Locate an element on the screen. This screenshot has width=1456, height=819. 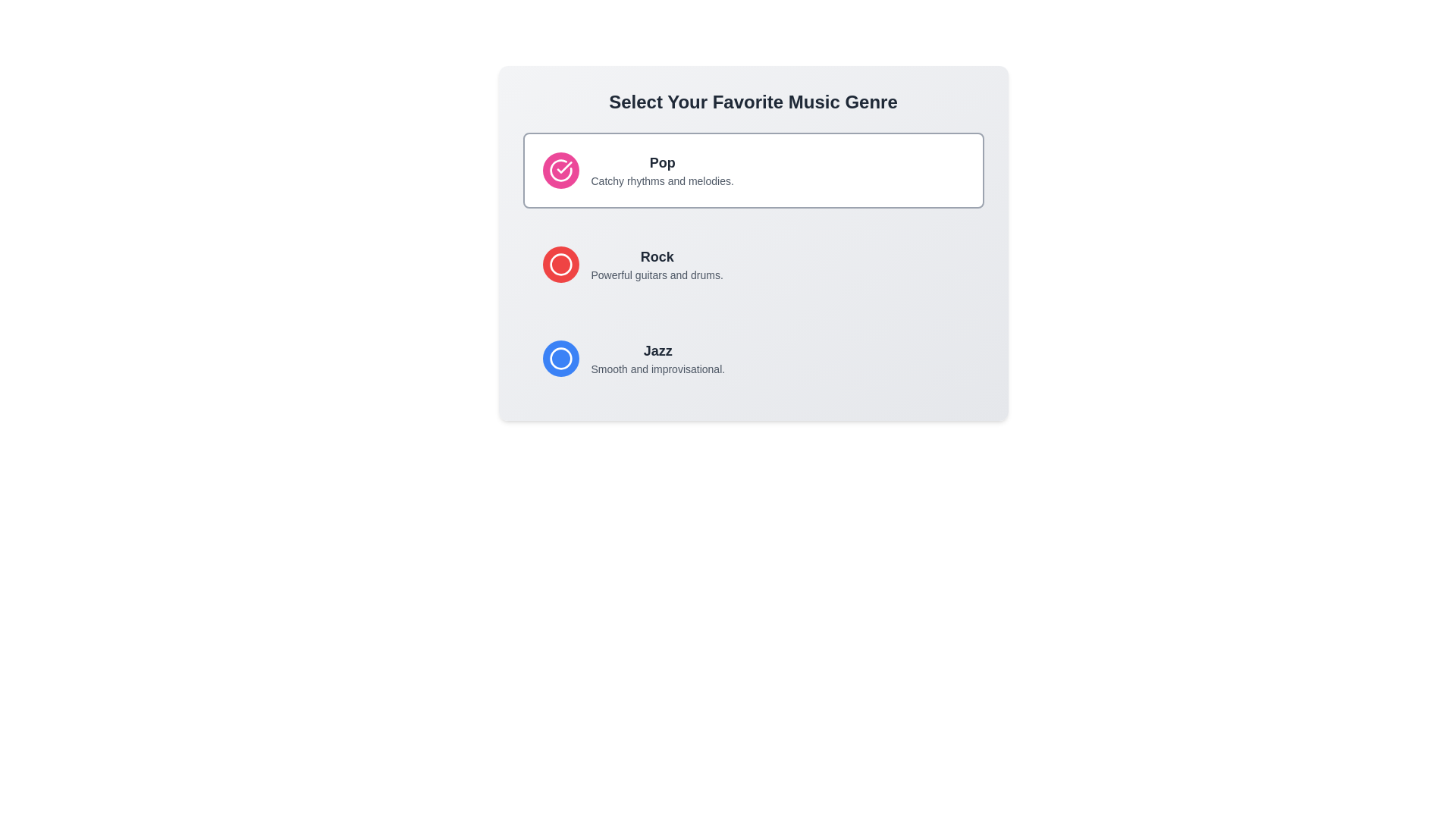
the radio button indicator for the Jazz genre of music, located in the bottom-left portion of the interface is located at coordinates (560, 359).